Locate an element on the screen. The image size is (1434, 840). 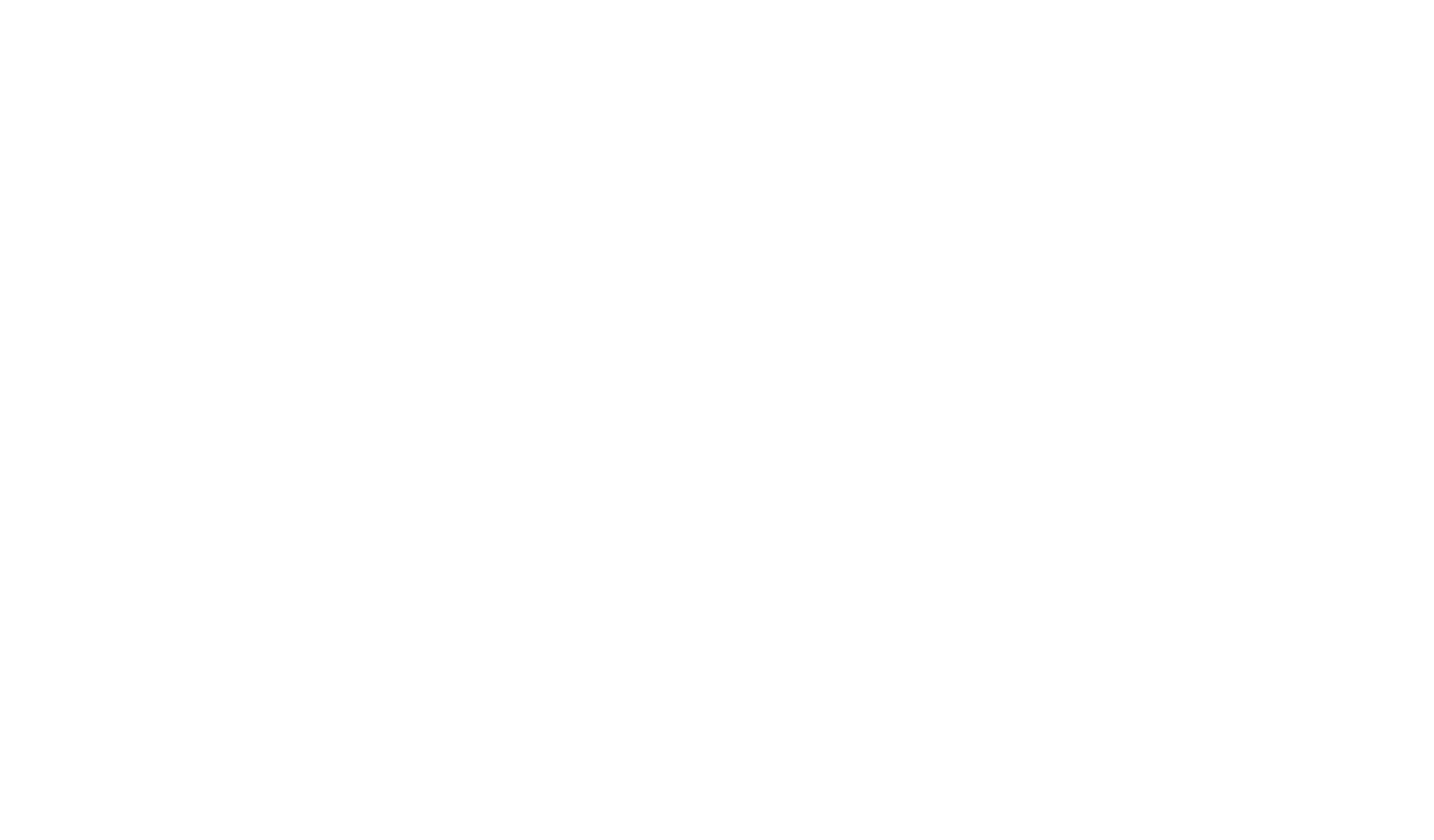
'Welding' is located at coordinates (566, 624).